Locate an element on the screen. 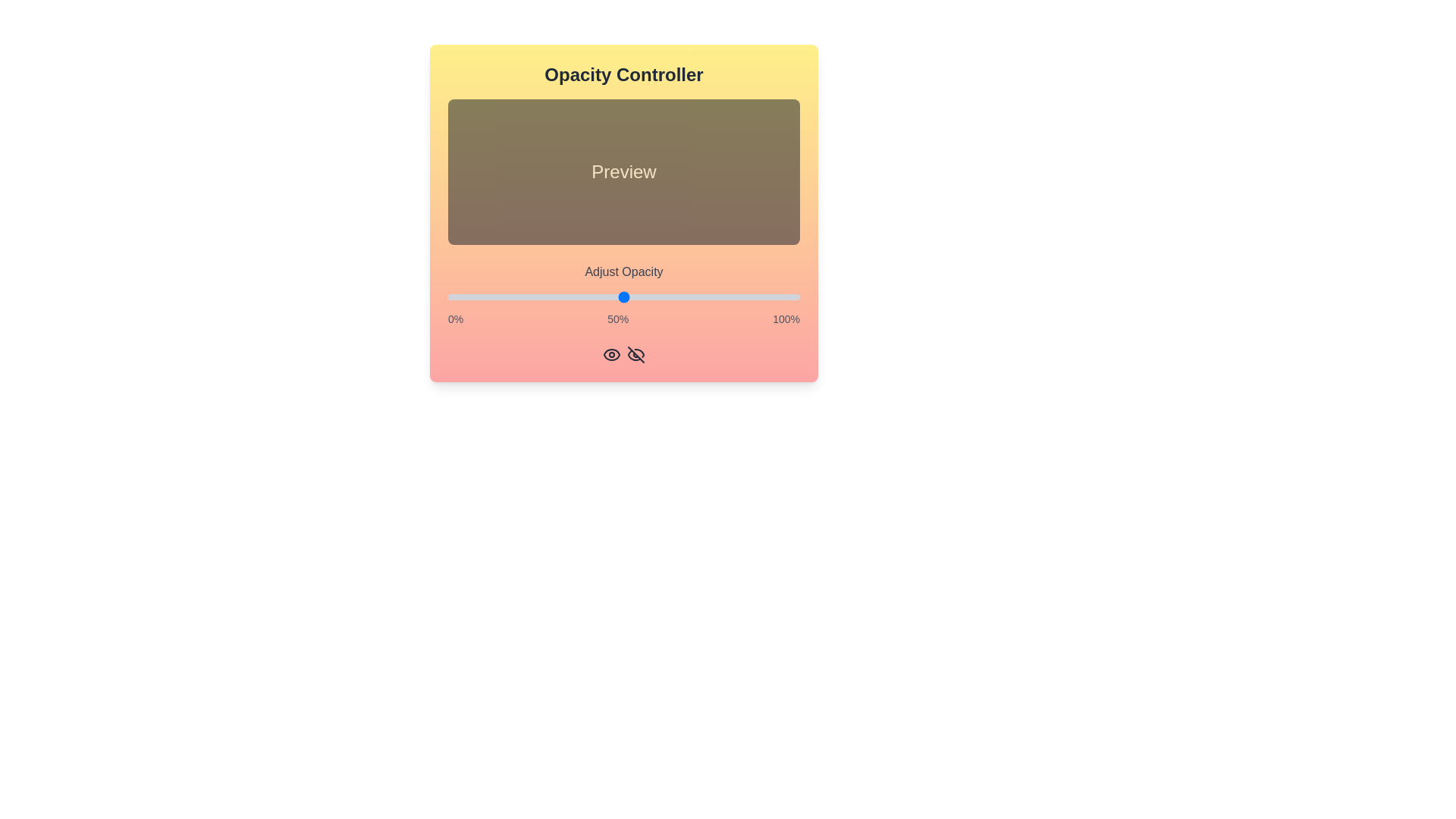  the opacity slider to 39% is located at coordinates (585, 297).